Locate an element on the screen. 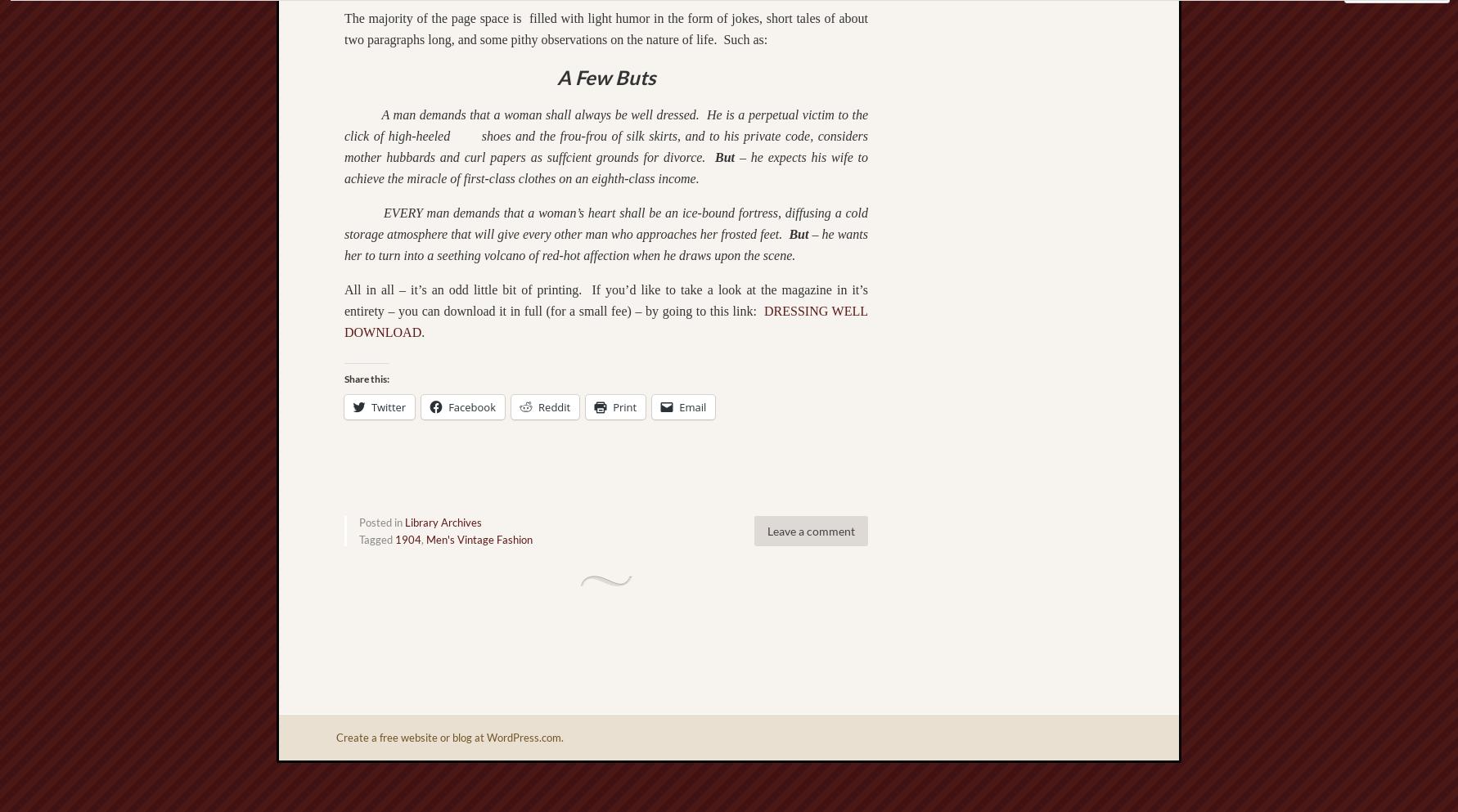  'Email' is located at coordinates (691, 405).